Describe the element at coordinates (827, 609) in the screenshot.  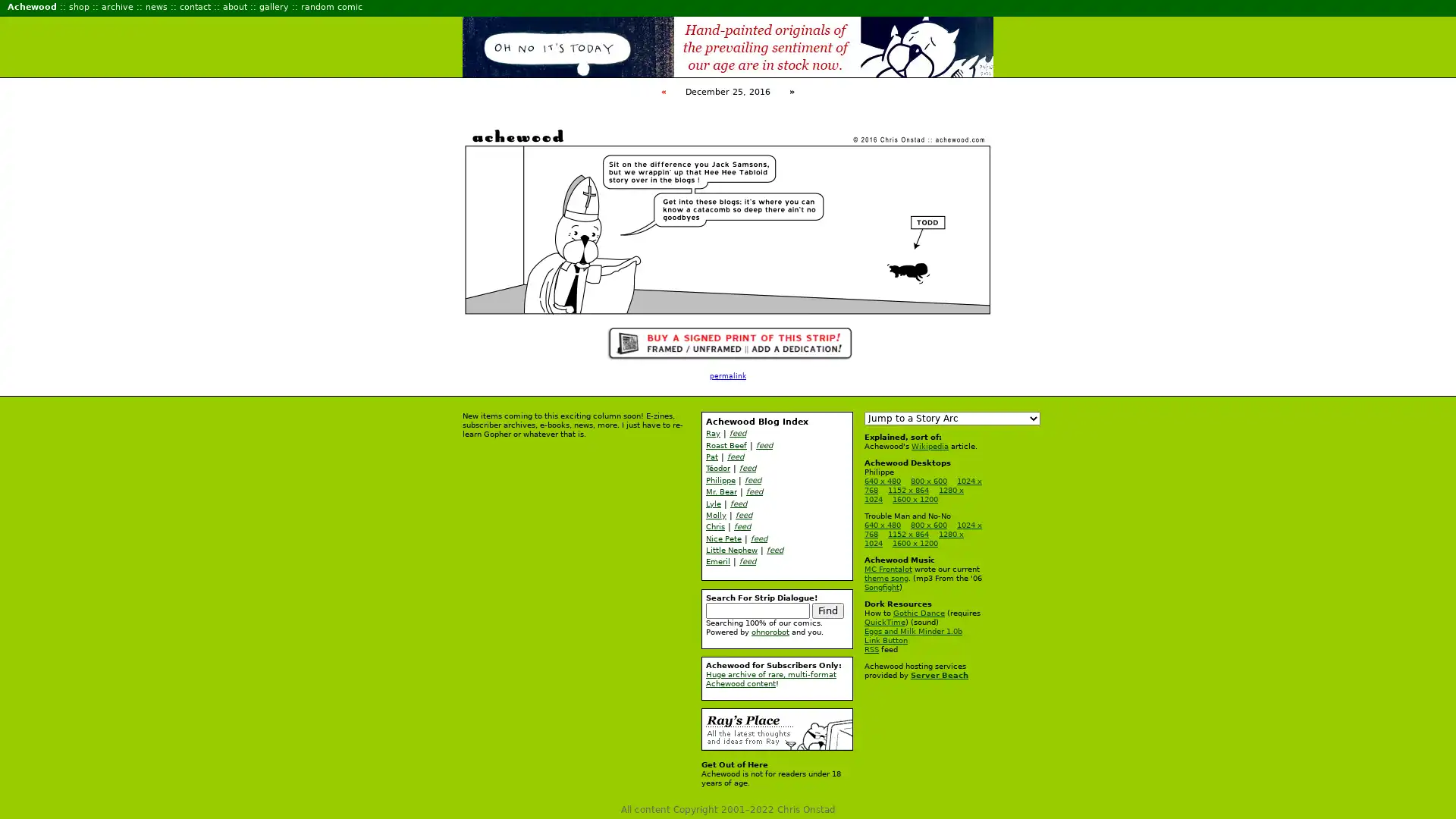
I see `Find` at that location.